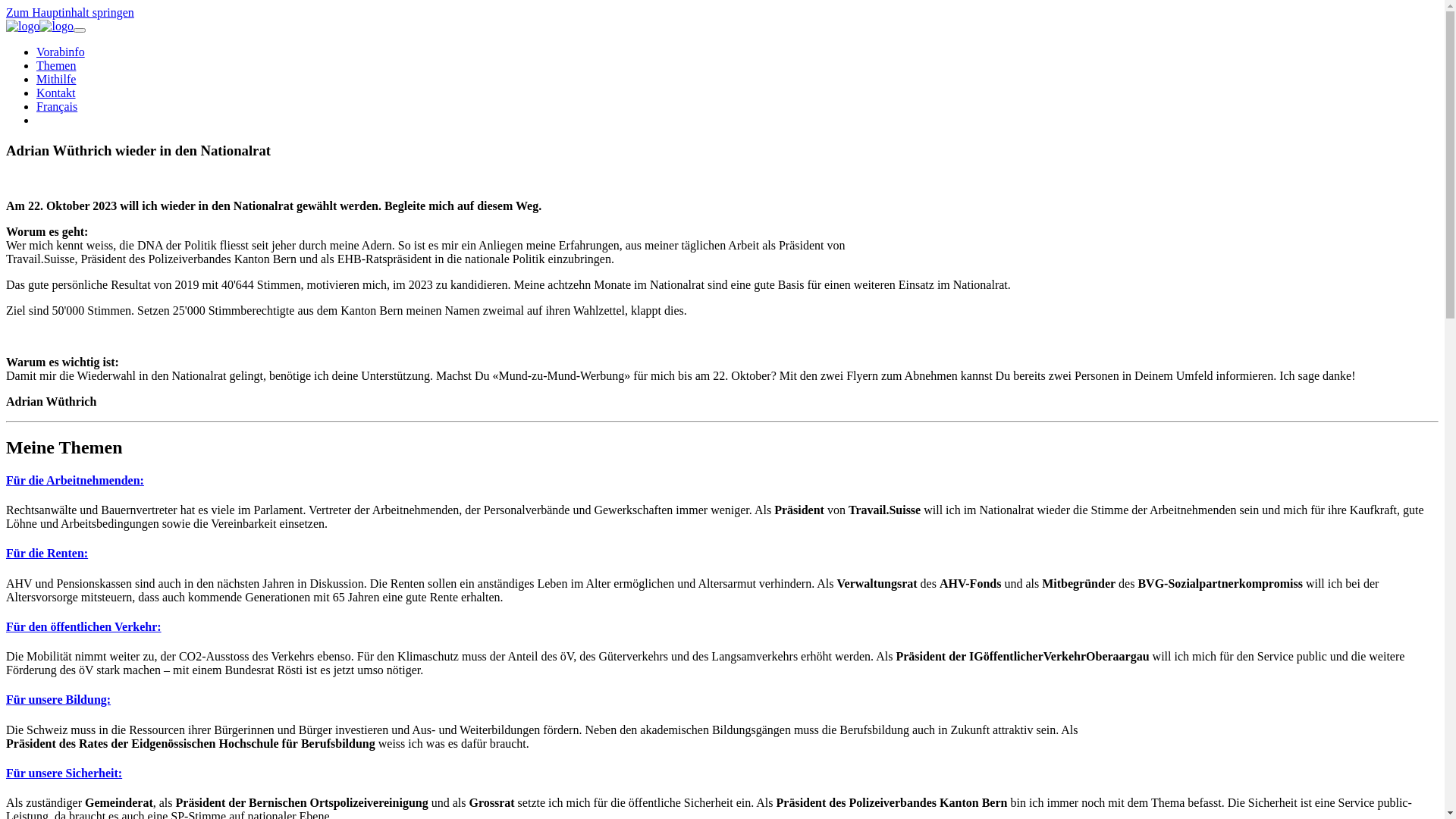 Image resolution: width=1456 pixels, height=819 pixels. I want to click on 'Themen', so click(55, 64).